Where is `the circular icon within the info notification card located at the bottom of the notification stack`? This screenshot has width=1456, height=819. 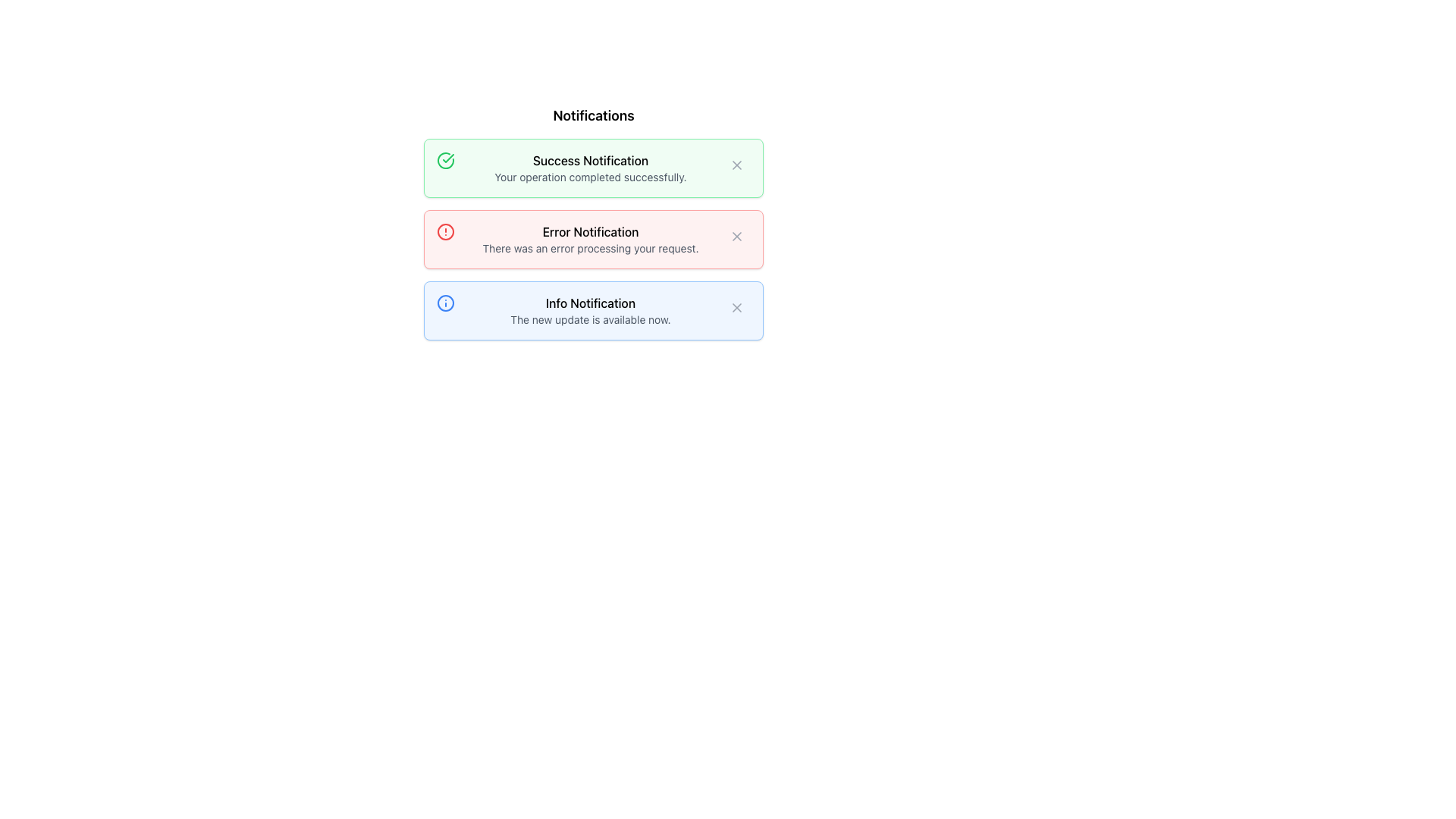 the circular icon within the info notification card located at the bottom of the notification stack is located at coordinates (445, 303).